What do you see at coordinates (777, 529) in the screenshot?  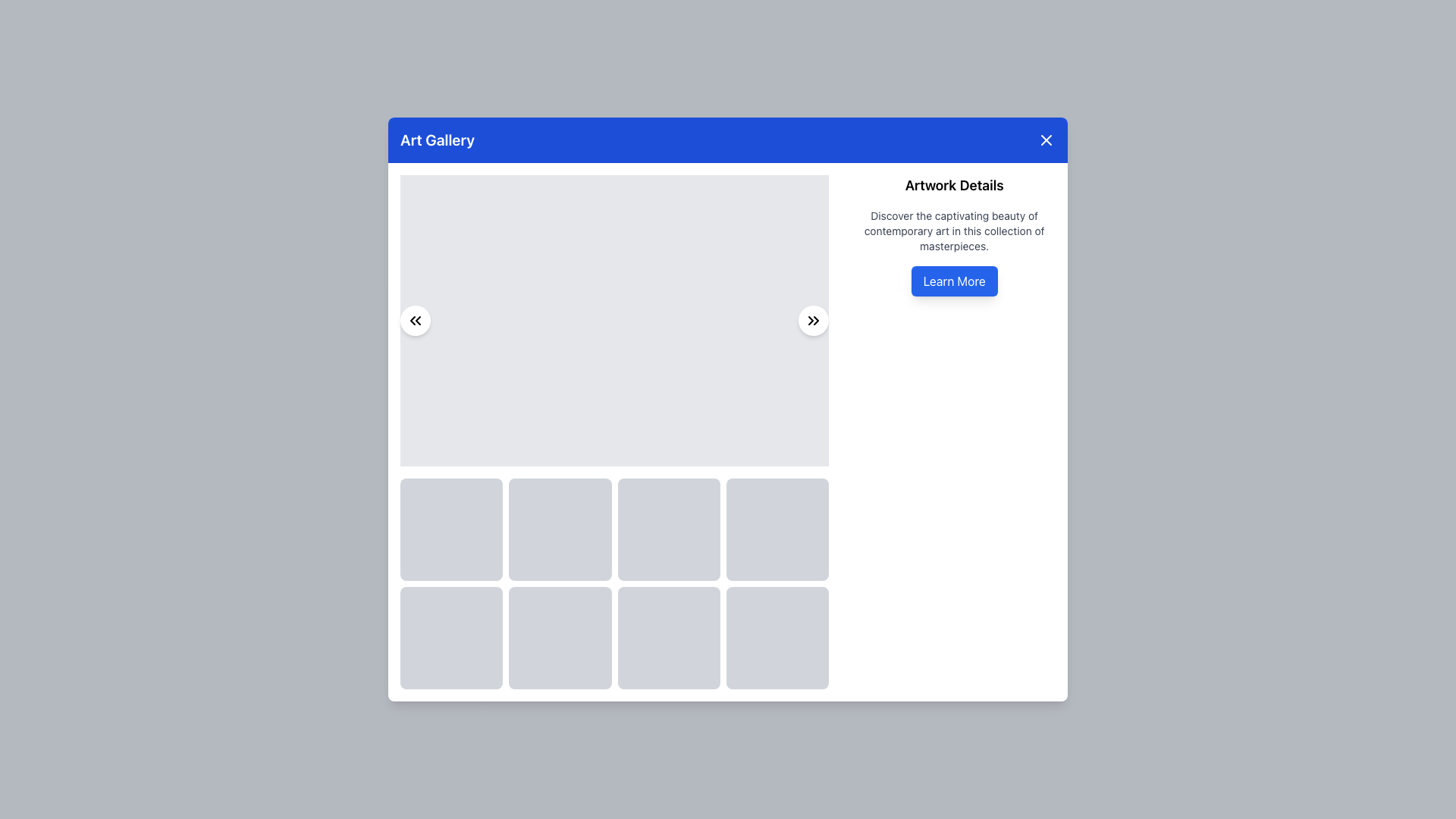 I see `the fourth light gray square with rounded corners in the first row of a 4x2 grid layout` at bounding box center [777, 529].